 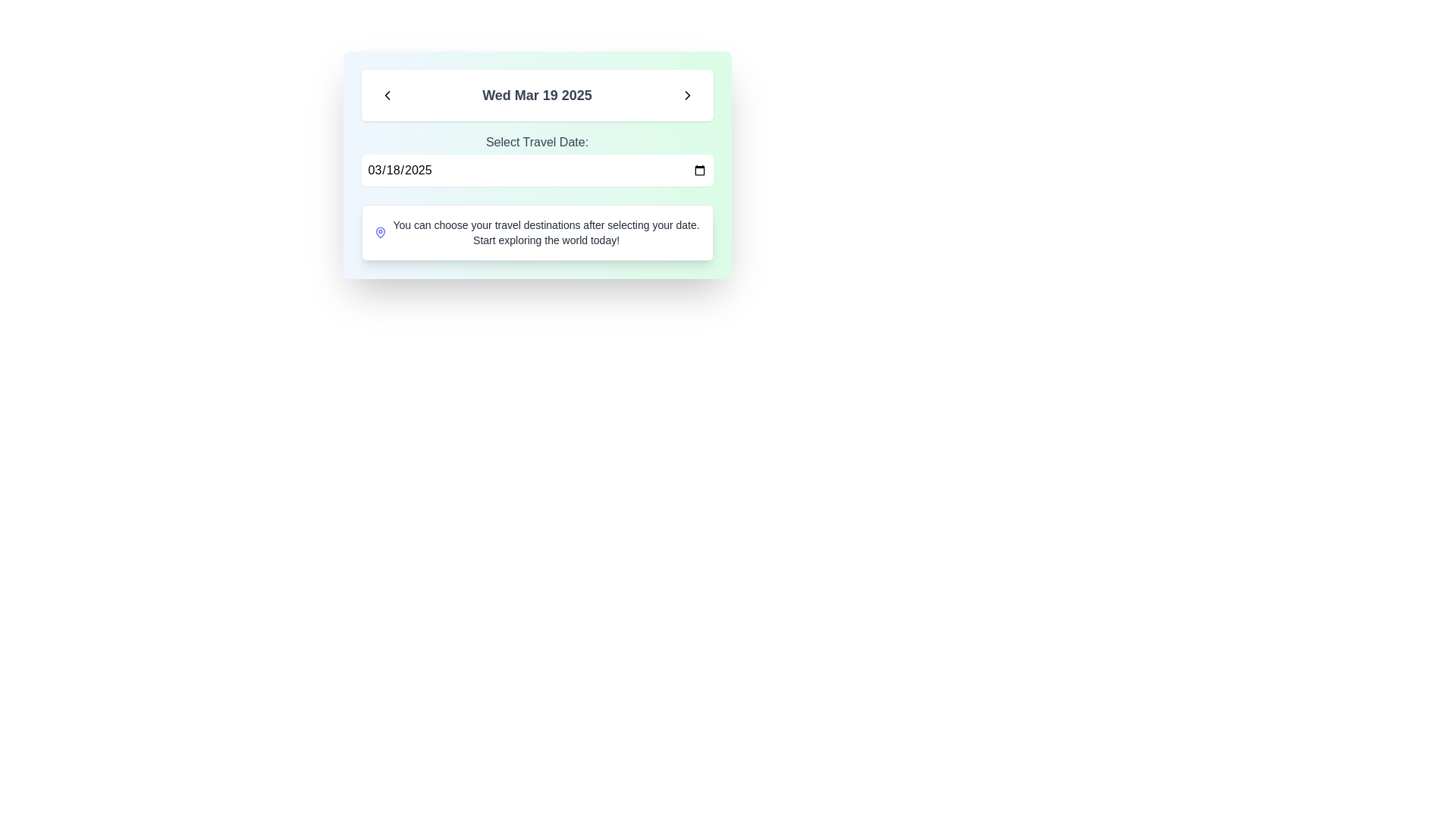 I want to click on the rightward-pointing chevron icon in the top-right corner of the green card layout, so click(x=686, y=96).